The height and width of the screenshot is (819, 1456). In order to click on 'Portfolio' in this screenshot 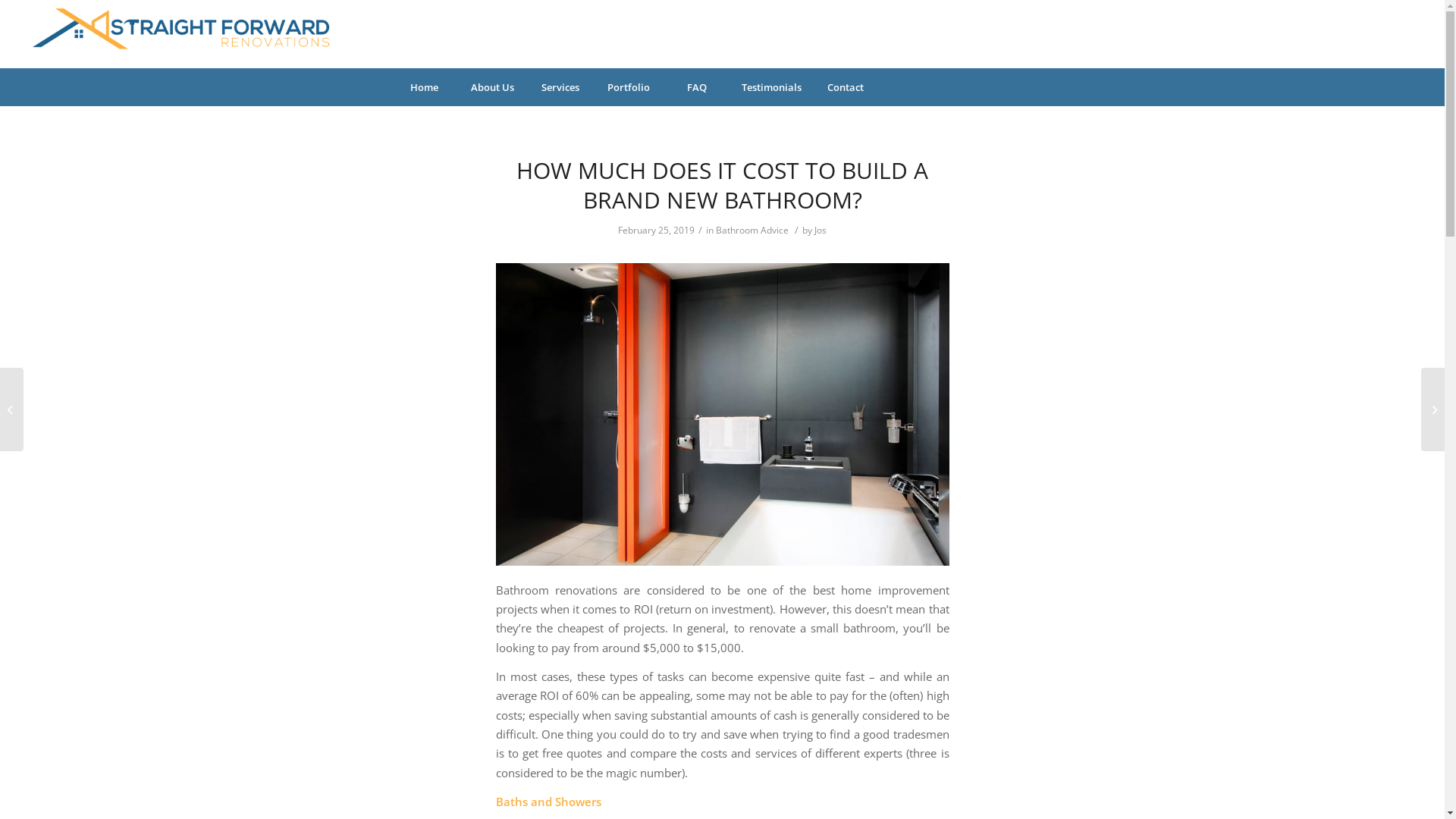, I will do `click(629, 87)`.